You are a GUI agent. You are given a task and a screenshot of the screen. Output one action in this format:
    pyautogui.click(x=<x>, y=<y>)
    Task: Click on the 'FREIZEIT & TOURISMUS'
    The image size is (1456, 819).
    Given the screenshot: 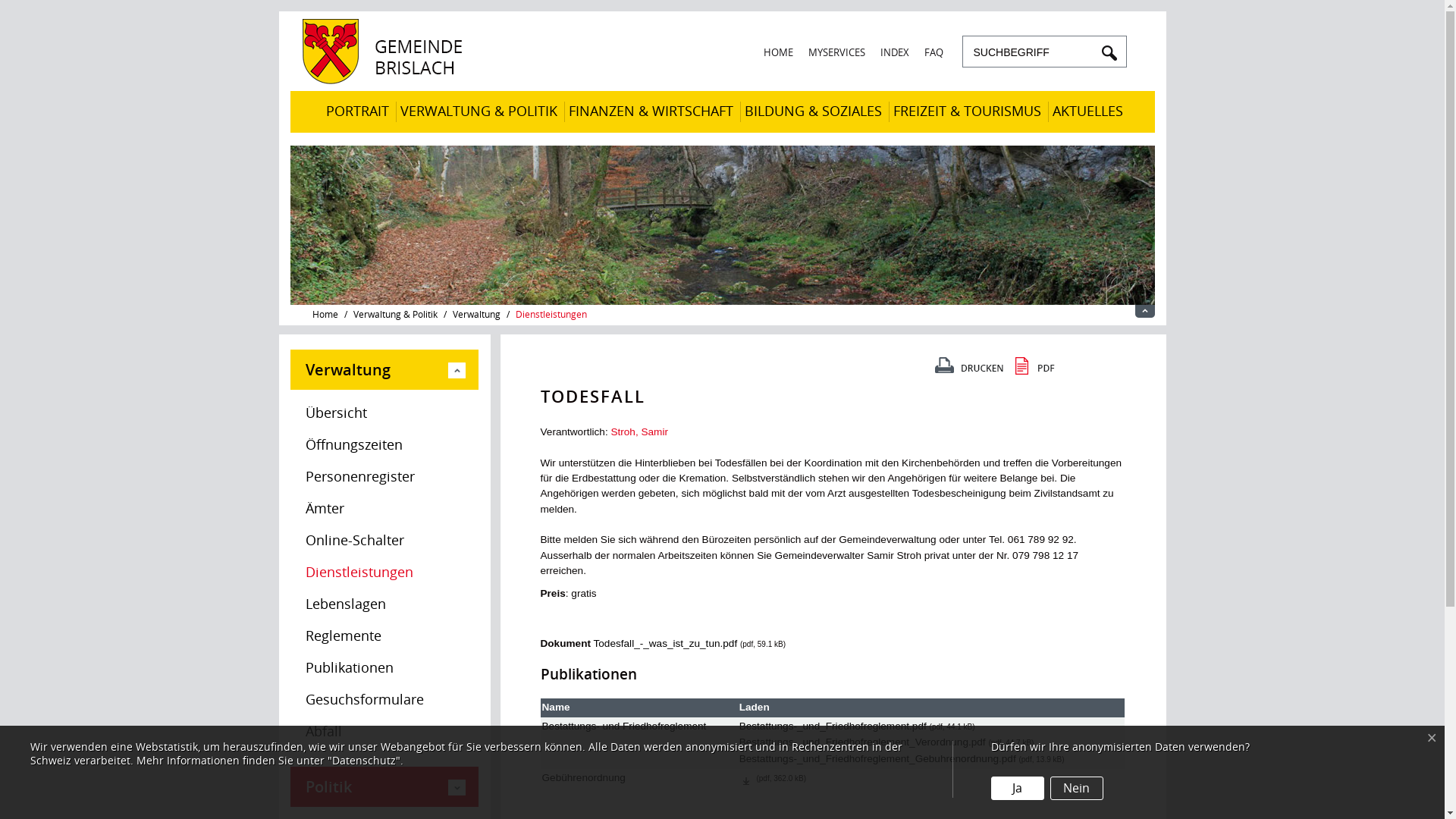 What is the action you would take?
    pyautogui.click(x=966, y=111)
    